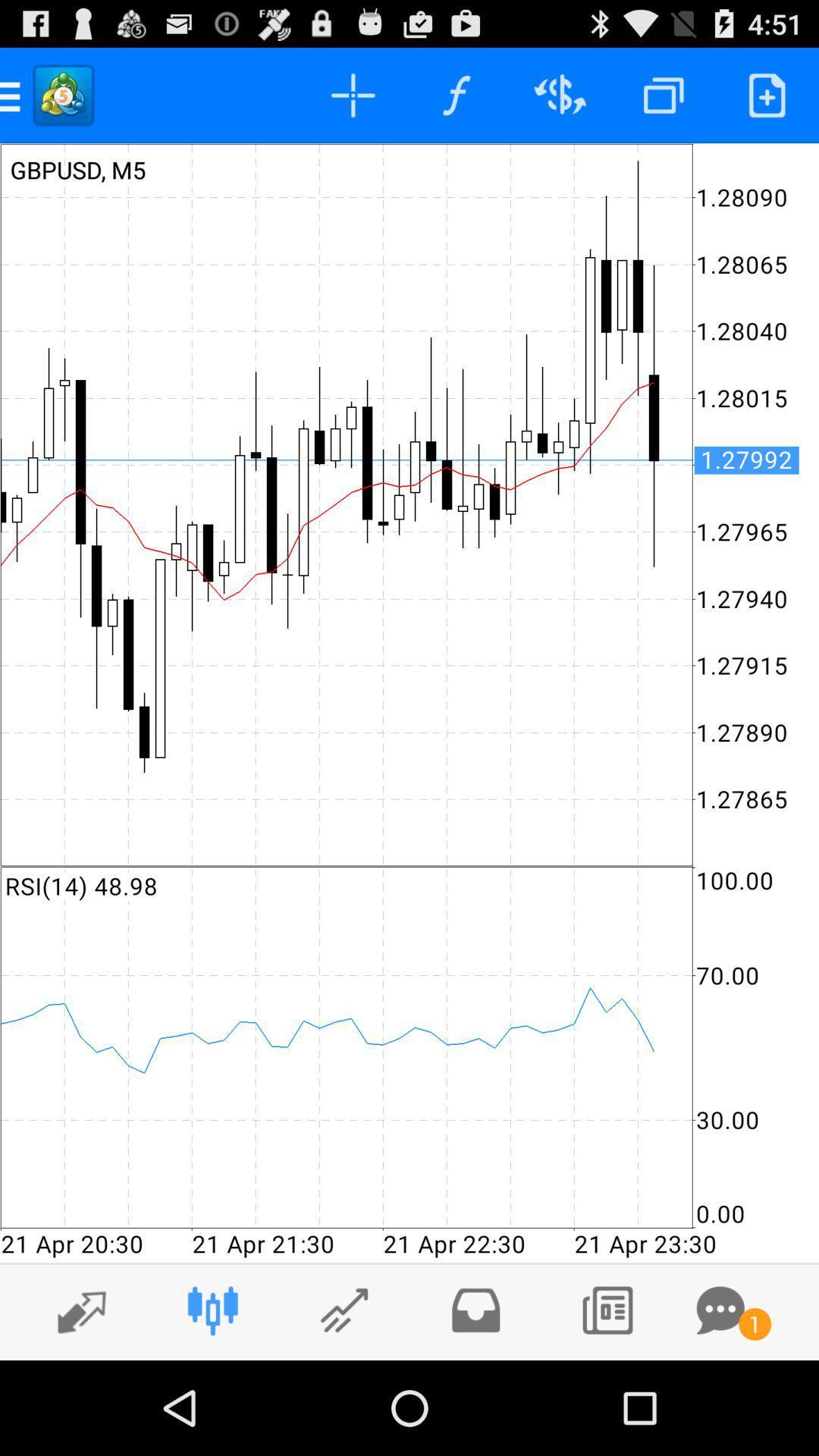 The height and width of the screenshot is (1456, 819). What do you see at coordinates (344, 1310) in the screenshot?
I see `third icon from left side in the bottom row` at bounding box center [344, 1310].